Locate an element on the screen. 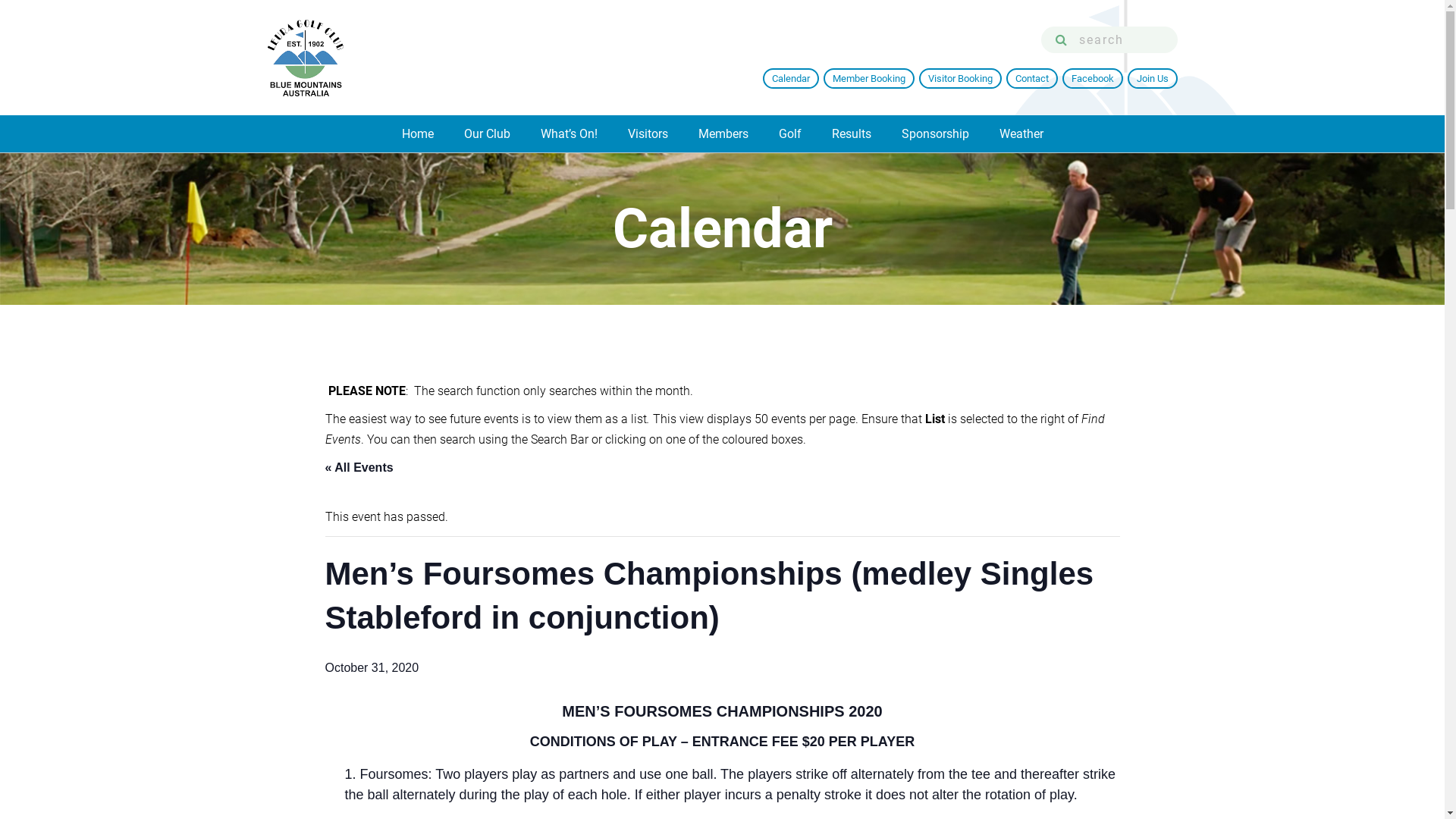 This screenshot has height=819, width=1456. 'Contact' is located at coordinates (1031, 78).